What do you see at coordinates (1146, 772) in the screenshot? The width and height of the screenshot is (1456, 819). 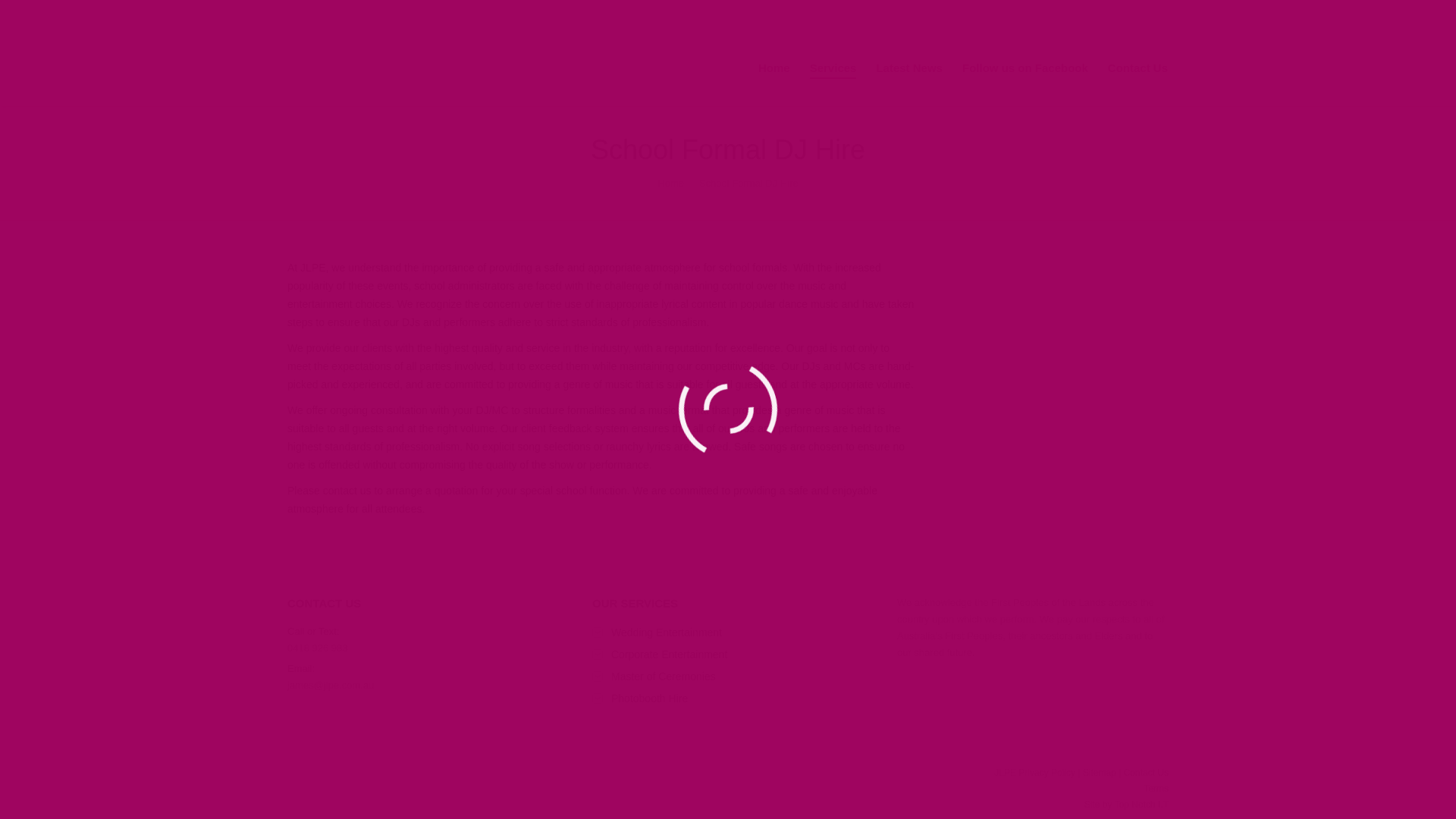 I see `'Contact Us'` at bounding box center [1146, 772].